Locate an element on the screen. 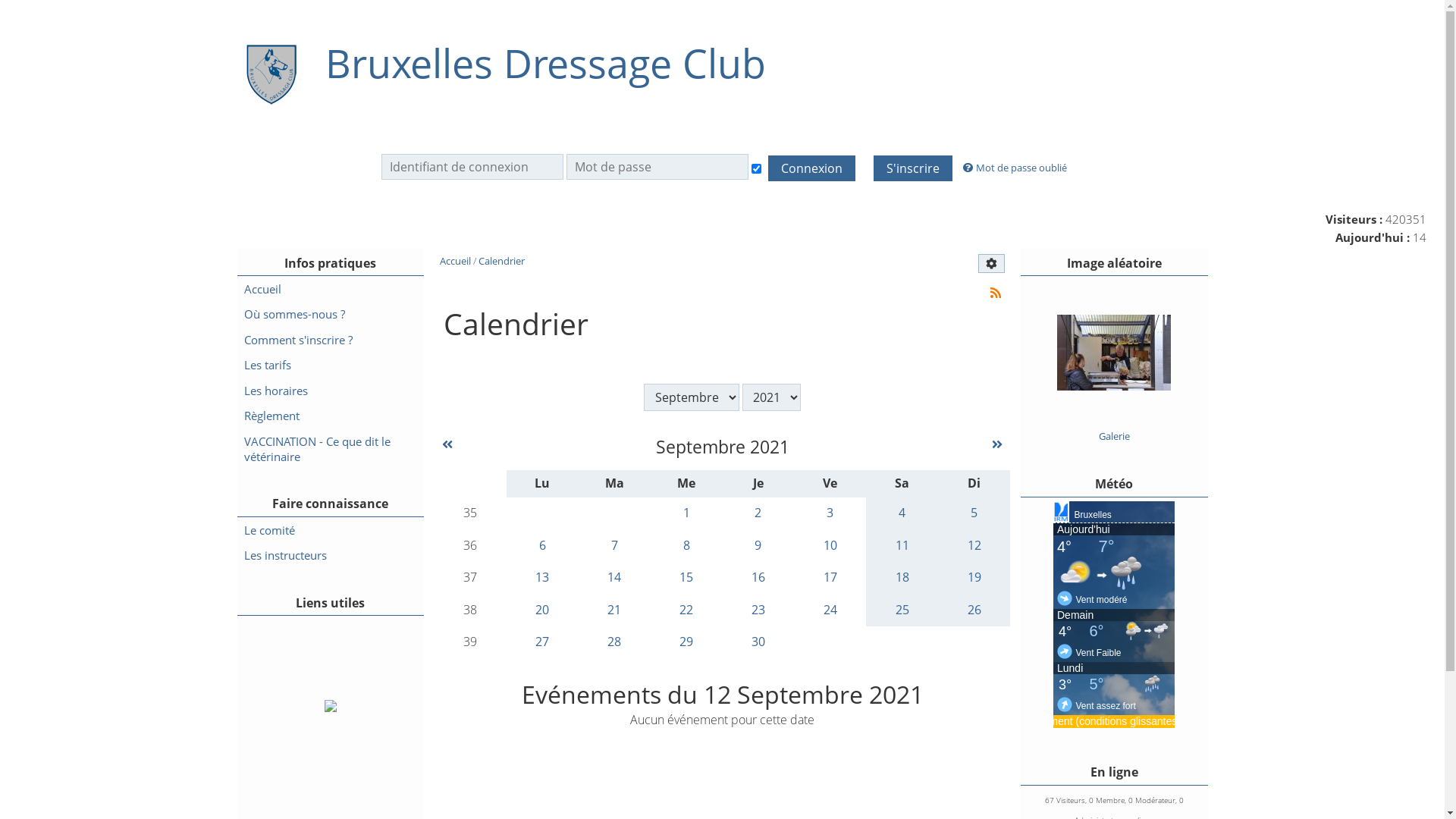  '9' is located at coordinates (758, 544).